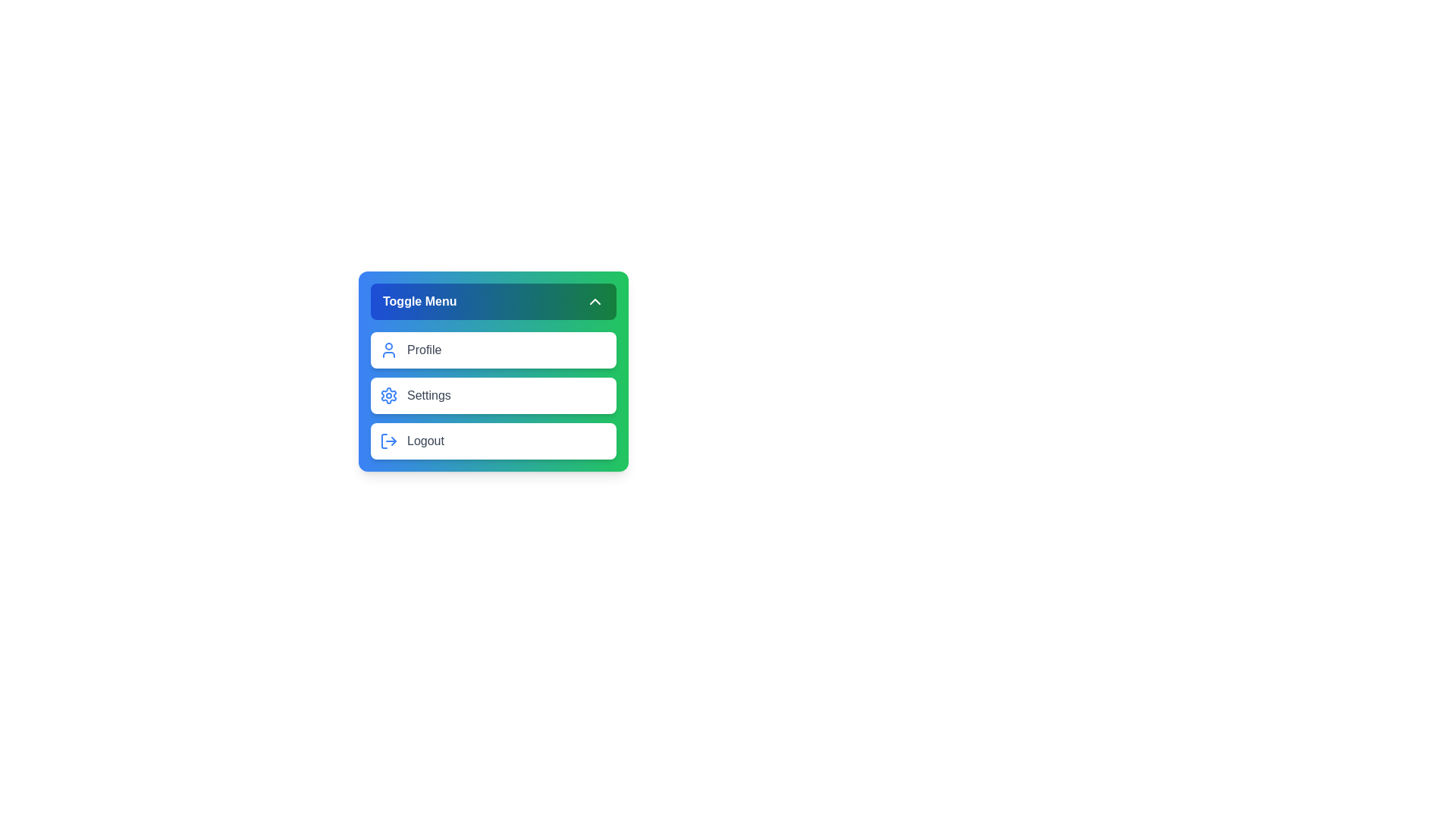 The image size is (1456, 819). What do you see at coordinates (494, 350) in the screenshot?
I see `the menu item Profile to select it` at bounding box center [494, 350].